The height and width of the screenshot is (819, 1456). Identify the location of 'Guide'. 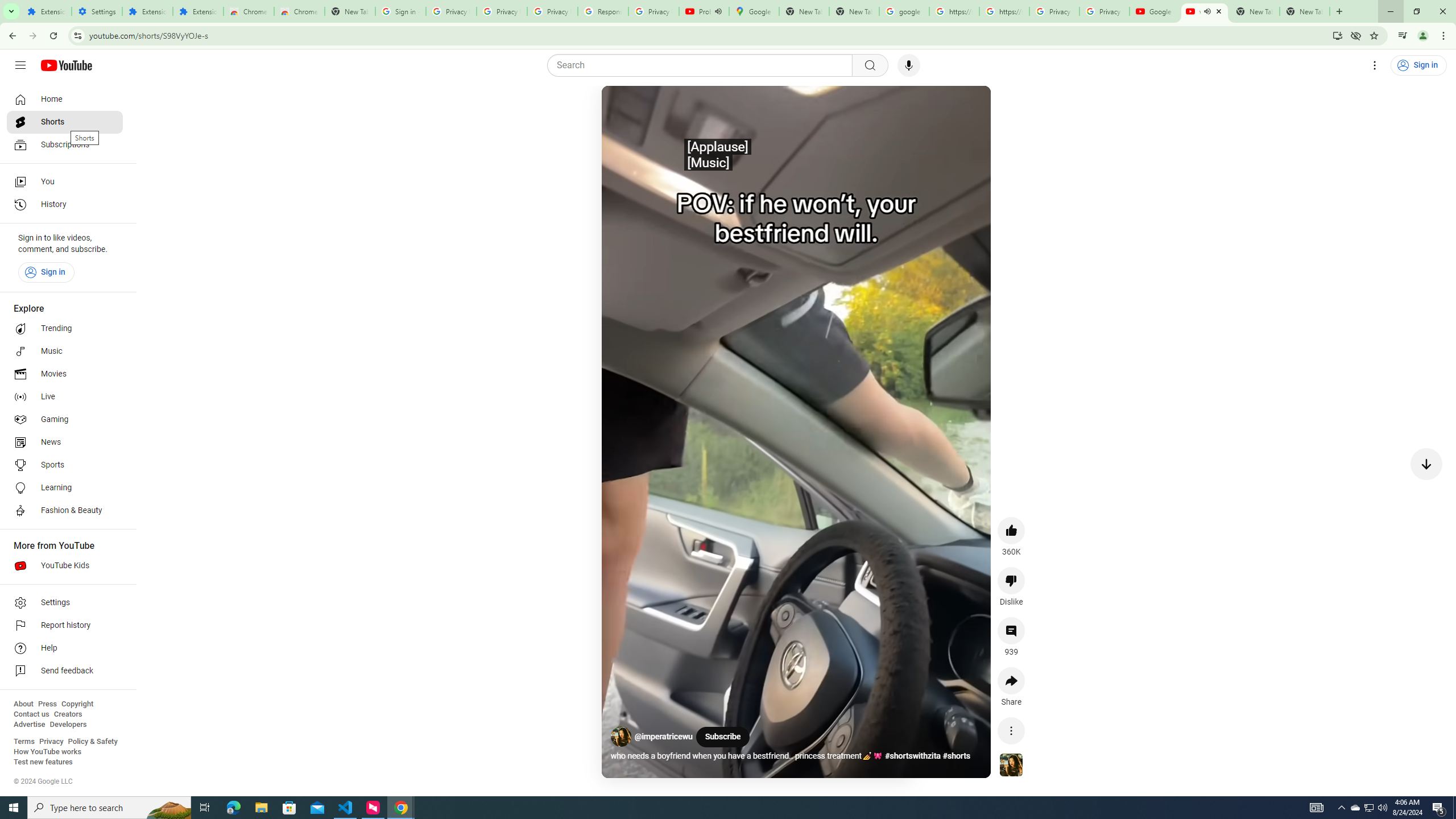
(19, 65).